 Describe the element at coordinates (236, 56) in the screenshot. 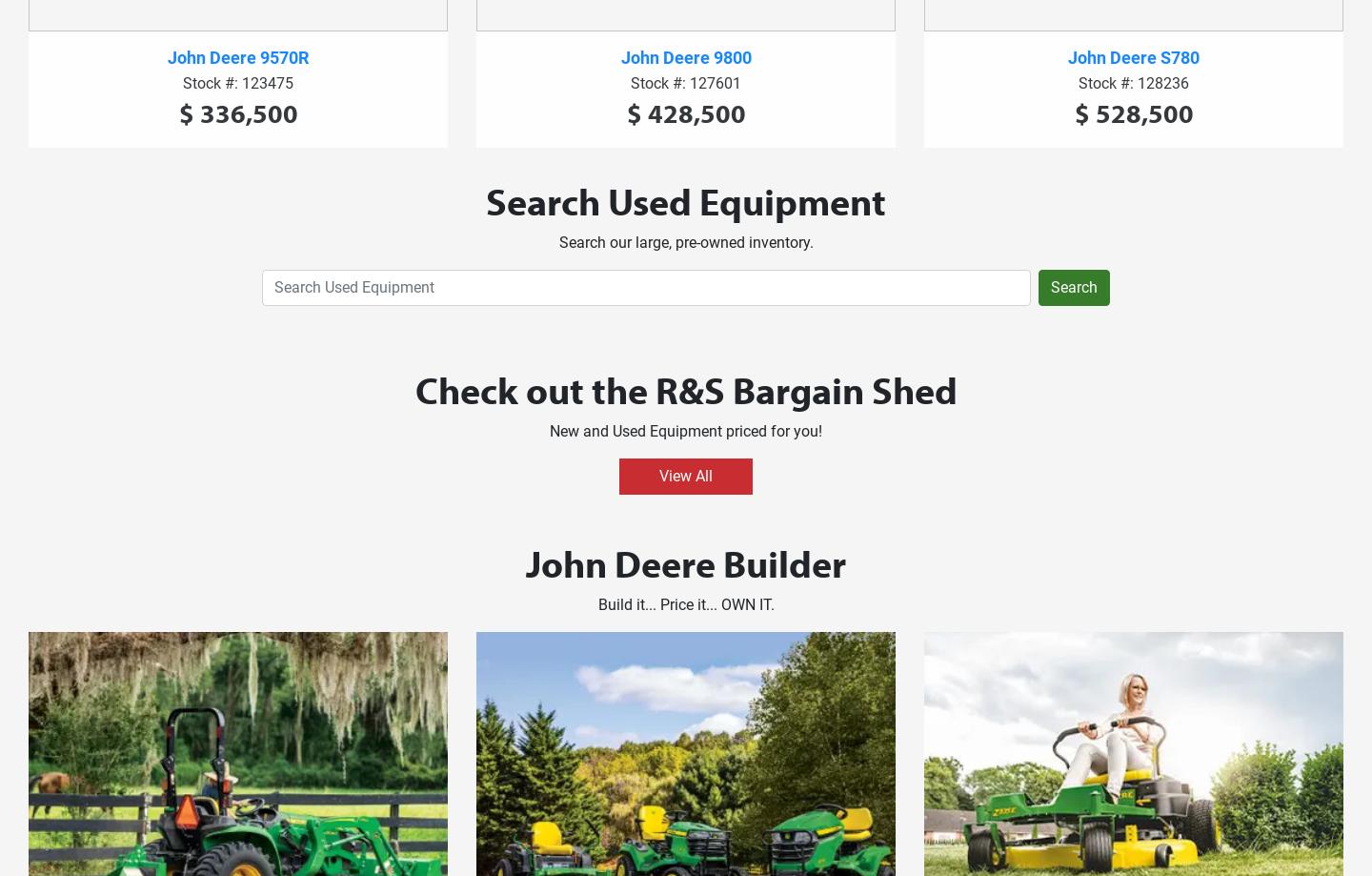

I see `'John Deere 9570R'` at that location.